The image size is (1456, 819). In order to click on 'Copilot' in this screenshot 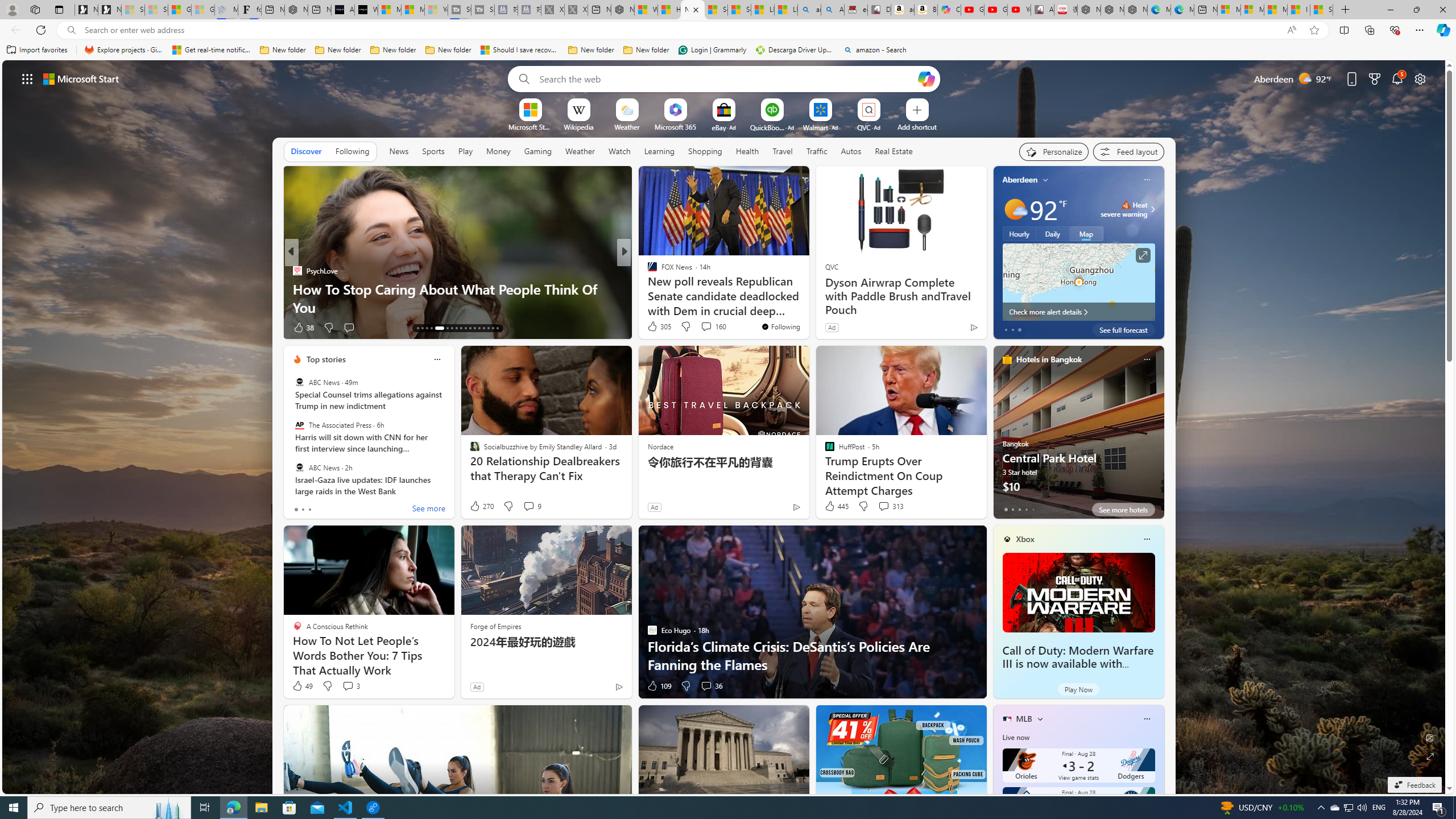, I will do `click(949, 9)`.